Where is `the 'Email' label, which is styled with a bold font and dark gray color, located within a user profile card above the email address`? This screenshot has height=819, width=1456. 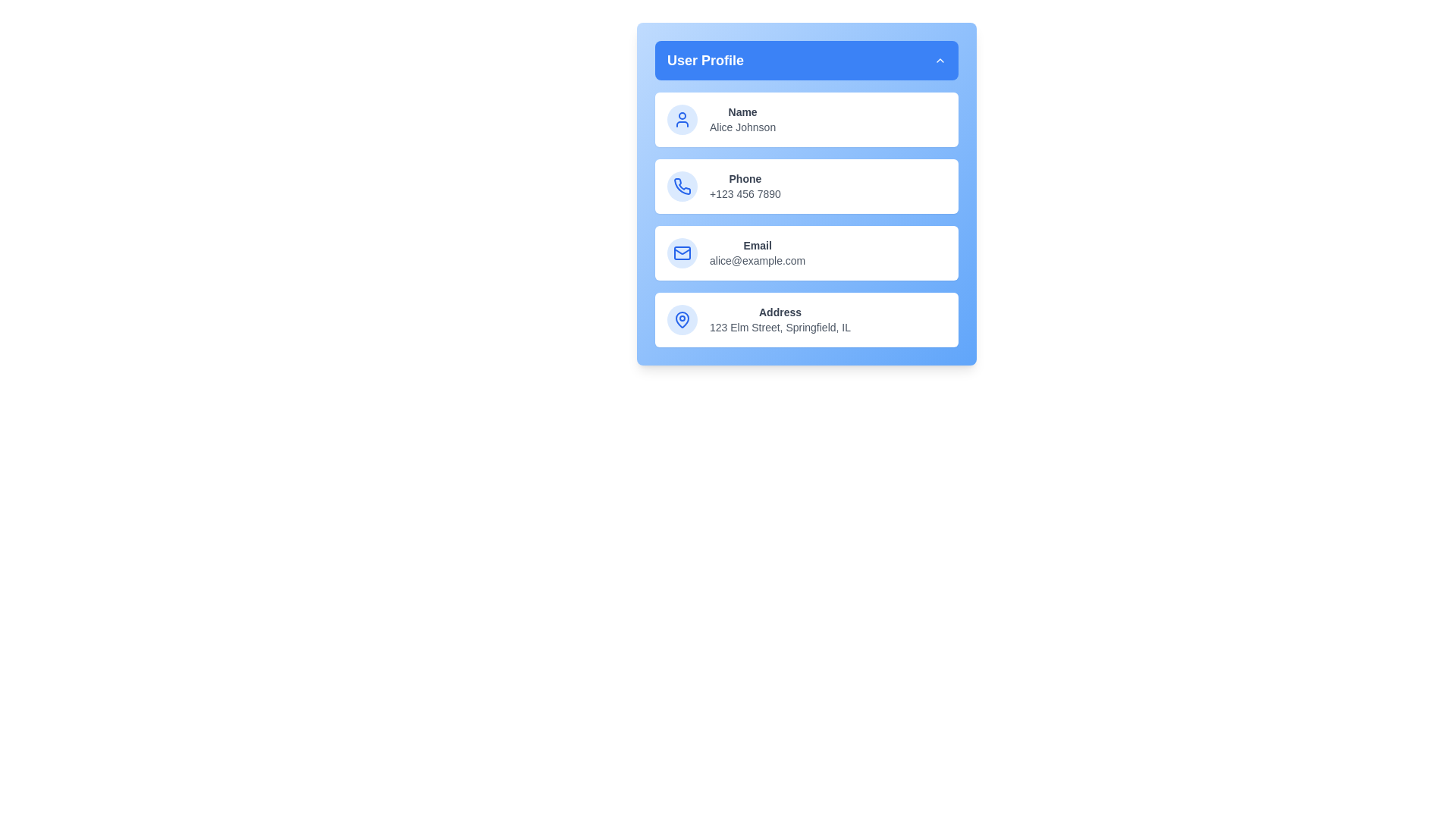
the 'Email' label, which is styled with a bold font and dark gray color, located within a user profile card above the email address is located at coordinates (758, 245).